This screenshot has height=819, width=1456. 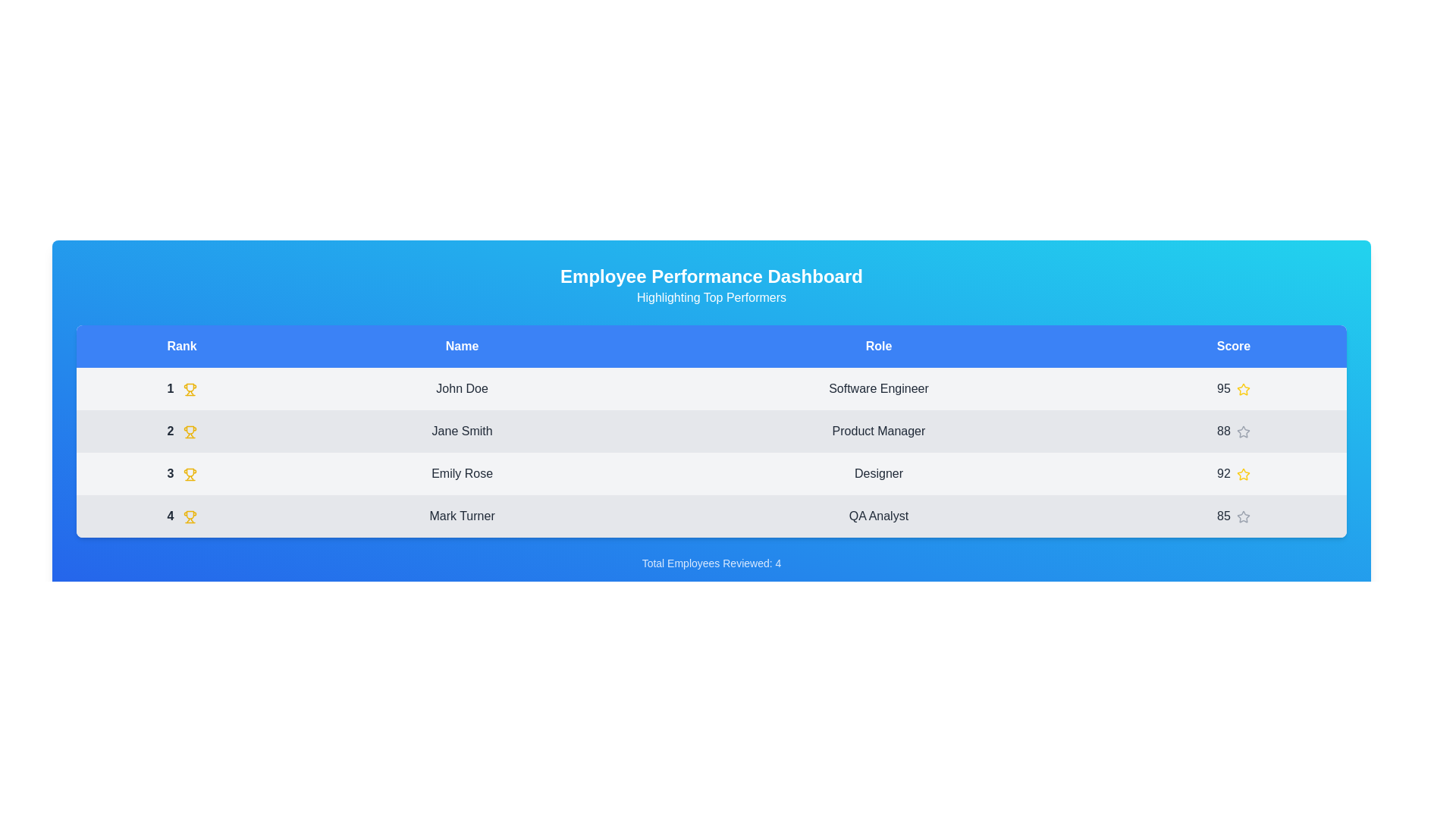 I want to click on the text 'Employee Performance Dashboard' in the header, so click(x=711, y=277).